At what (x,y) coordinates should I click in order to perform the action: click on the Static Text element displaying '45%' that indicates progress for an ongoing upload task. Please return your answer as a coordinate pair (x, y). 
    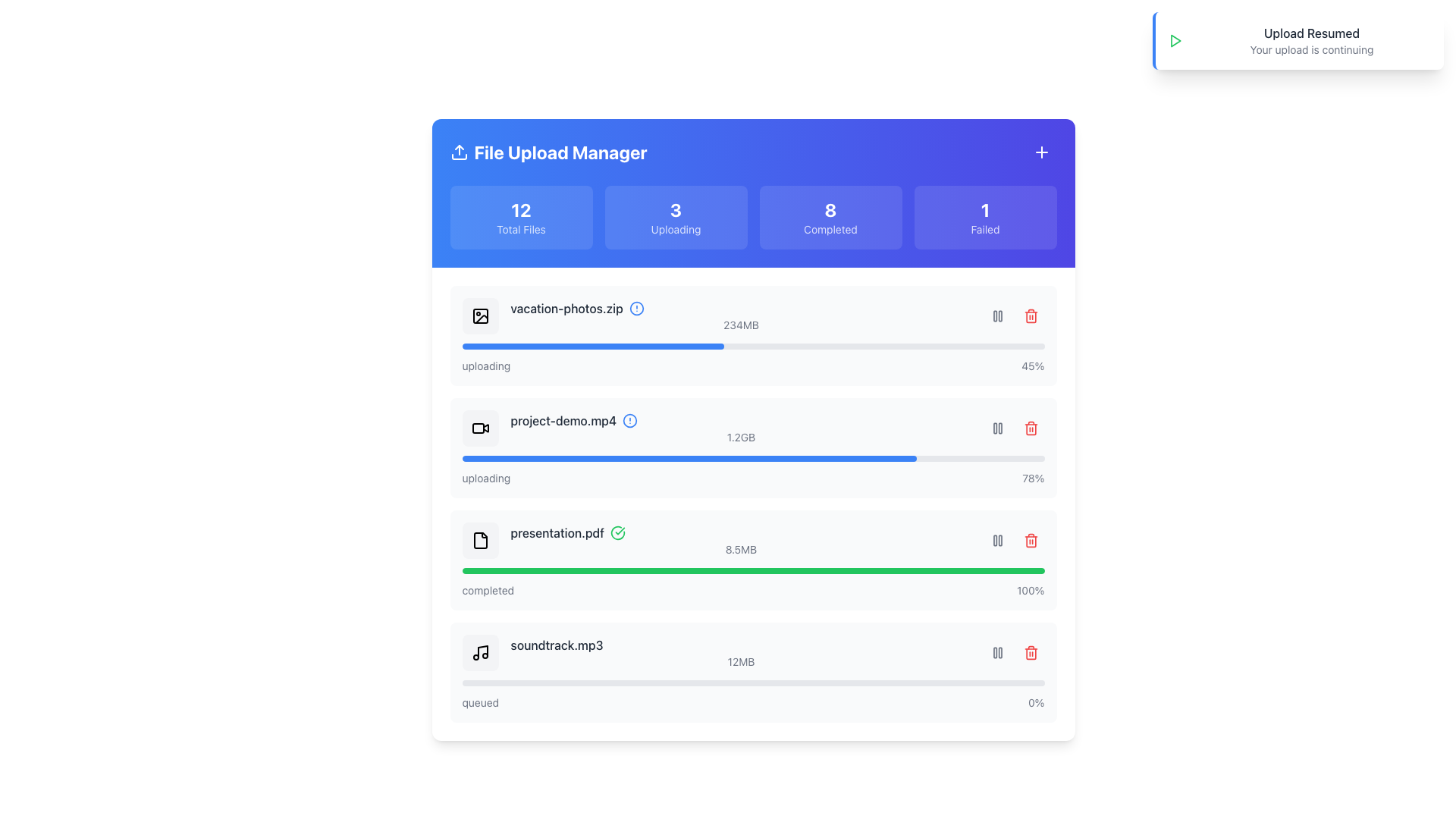
    Looking at the image, I should click on (1032, 366).